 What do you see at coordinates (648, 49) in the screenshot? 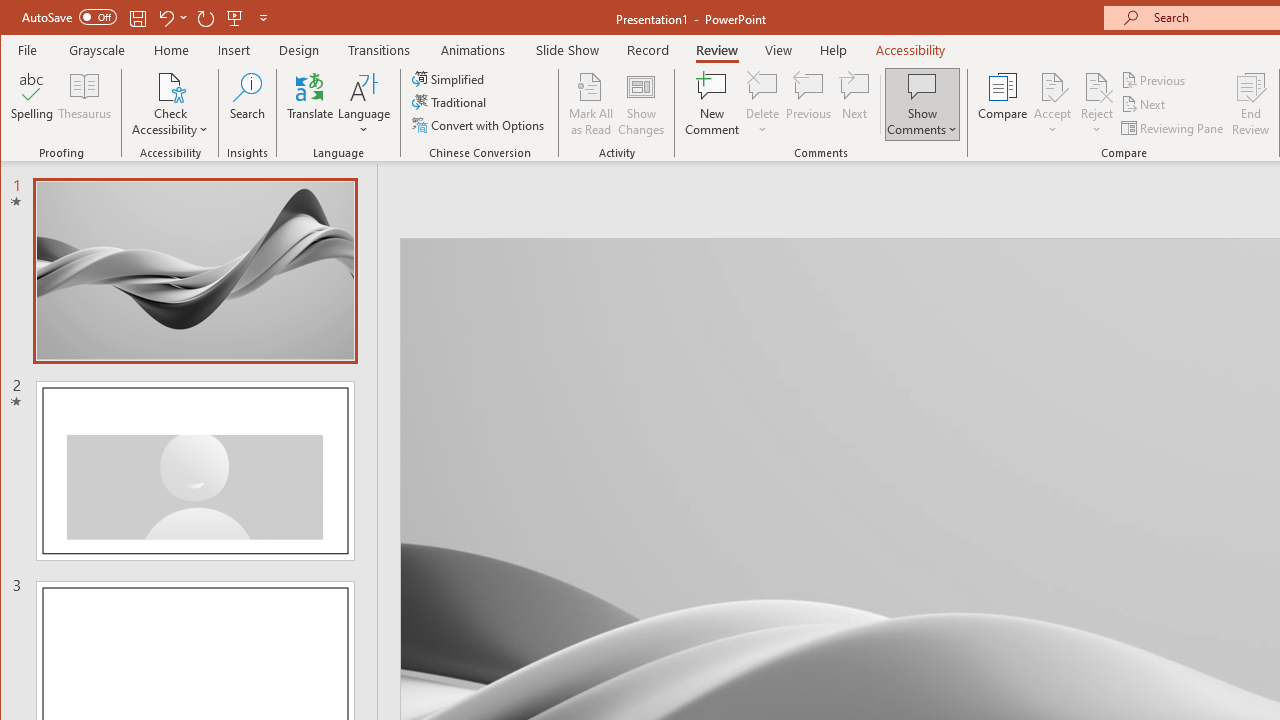
I see `'Record'` at bounding box center [648, 49].